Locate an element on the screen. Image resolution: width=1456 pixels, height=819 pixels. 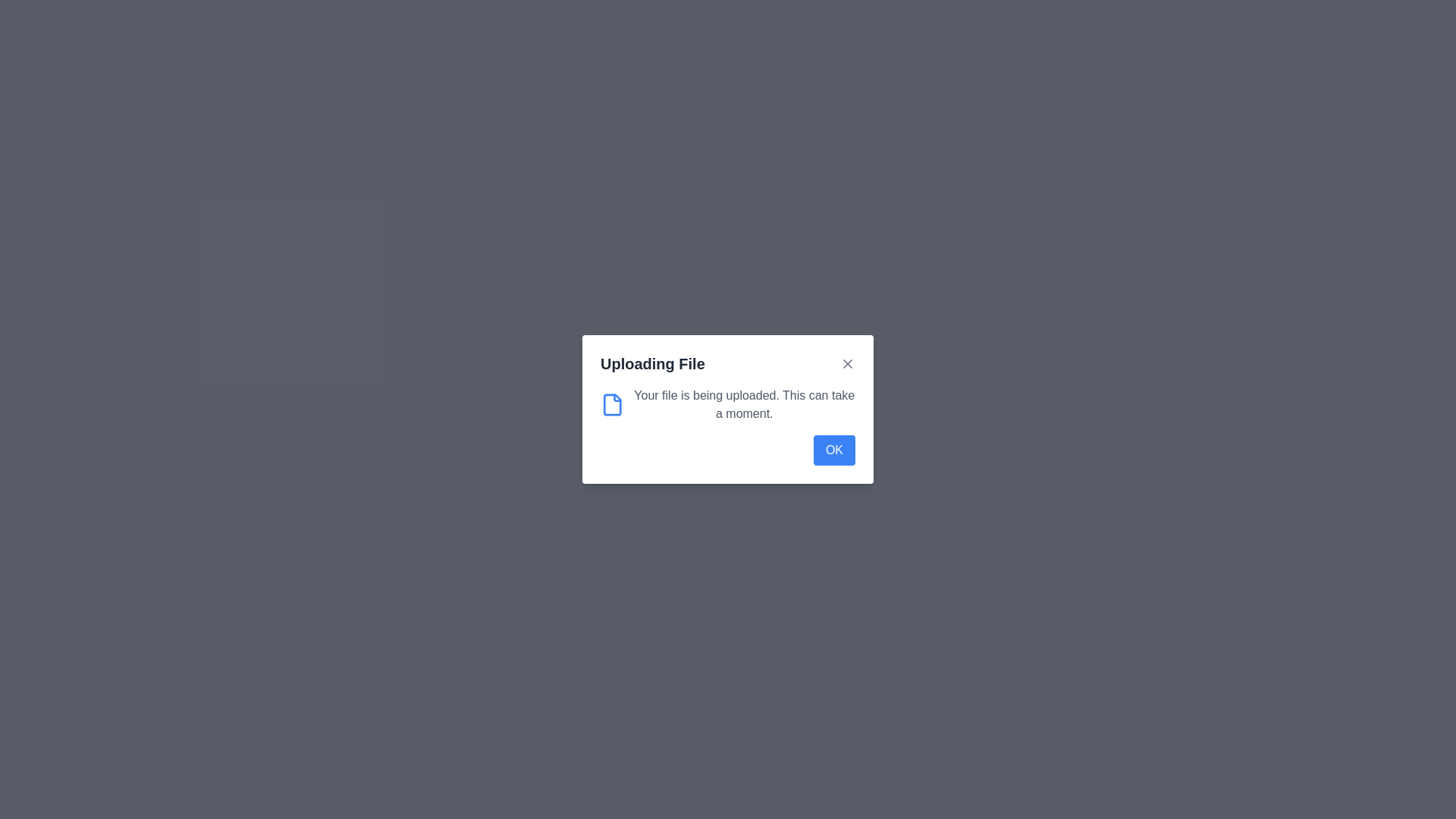
the 'OK' button with a blue background and rounded corners located at the bottom-right corner of the 'Uploading File' dialog to confirm is located at coordinates (833, 450).